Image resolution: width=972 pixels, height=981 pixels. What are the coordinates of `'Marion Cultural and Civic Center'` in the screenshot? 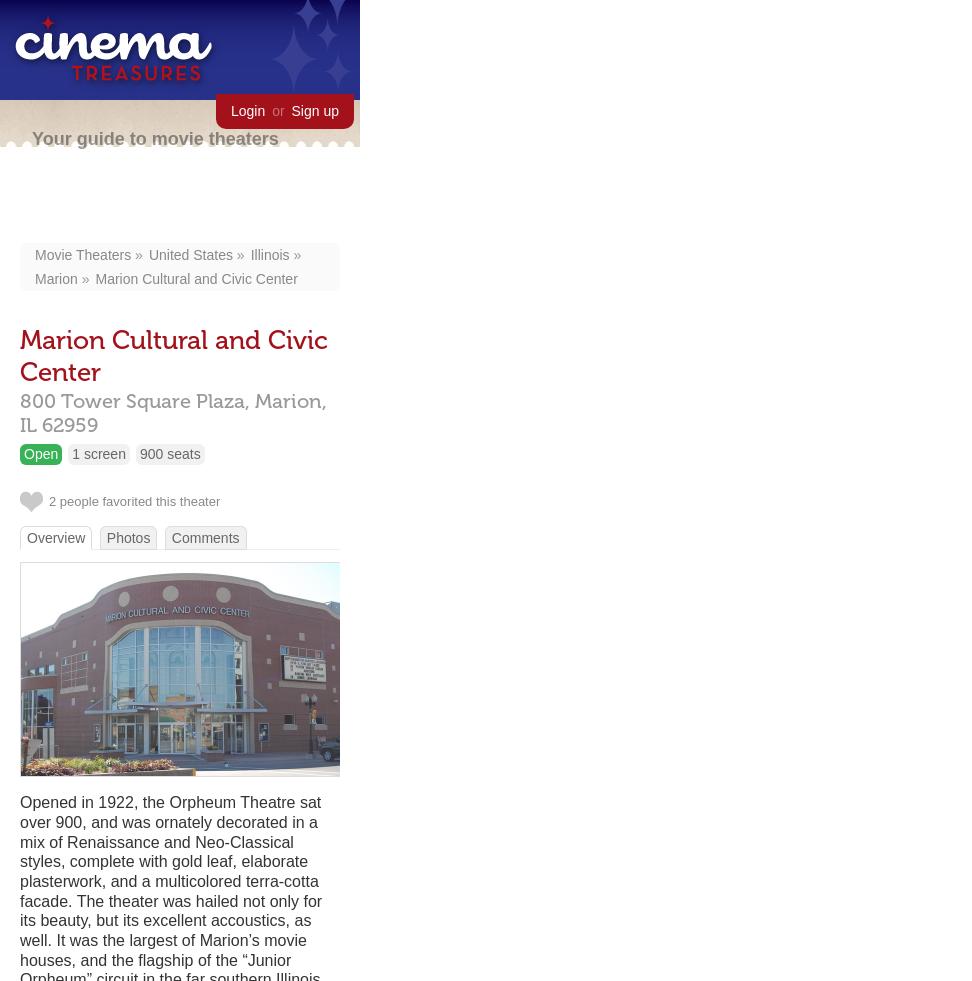 It's located at (20, 354).